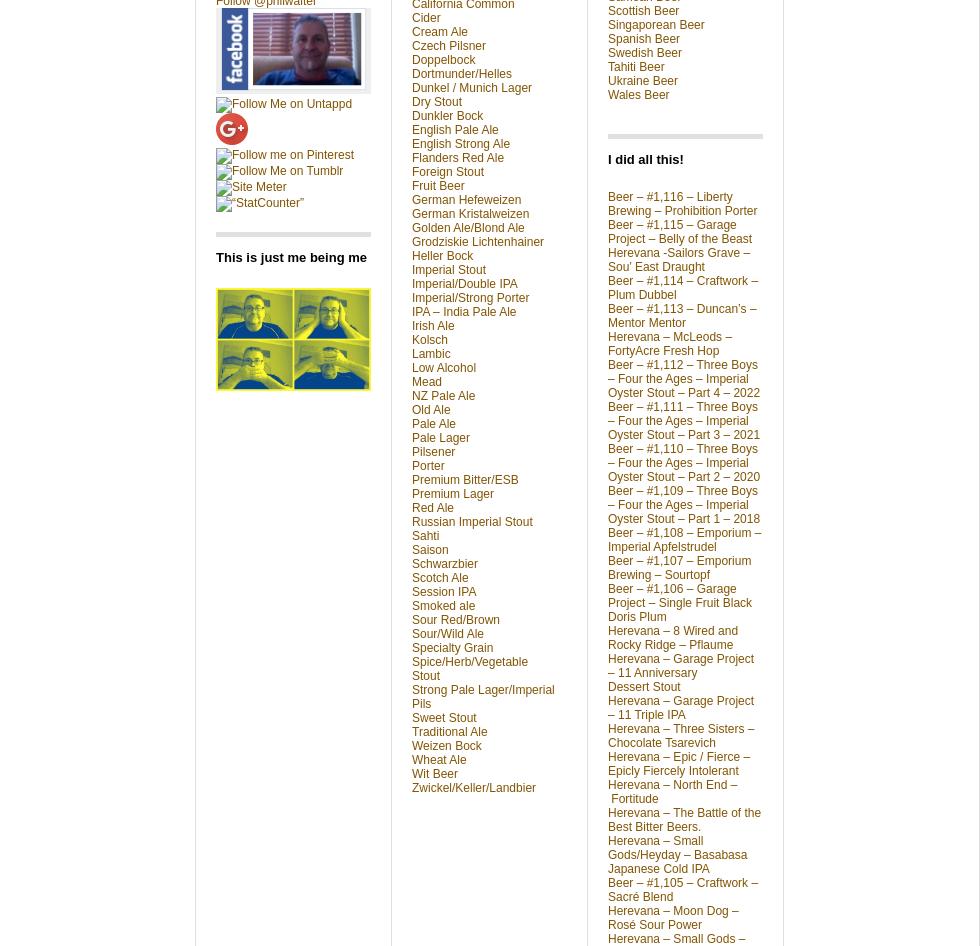  What do you see at coordinates (607, 791) in the screenshot?
I see `'Herevana – North End – Fortitude'` at bounding box center [607, 791].